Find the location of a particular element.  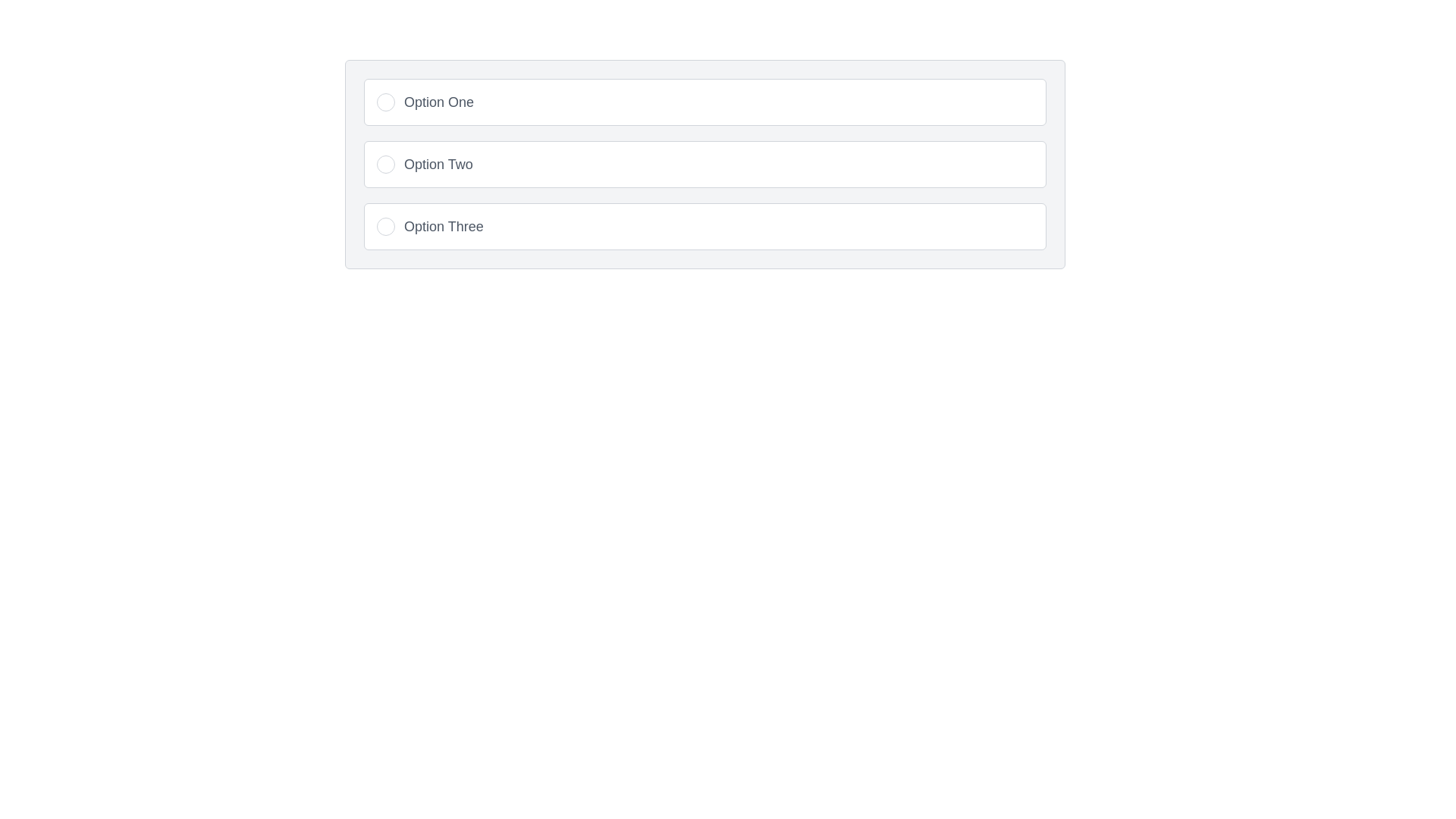

the text label displaying 'Option Three', which is styled in a gray, medium-sized font and is located as the last option in a vertically organized list of selectable options is located at coordinates (443, 227).